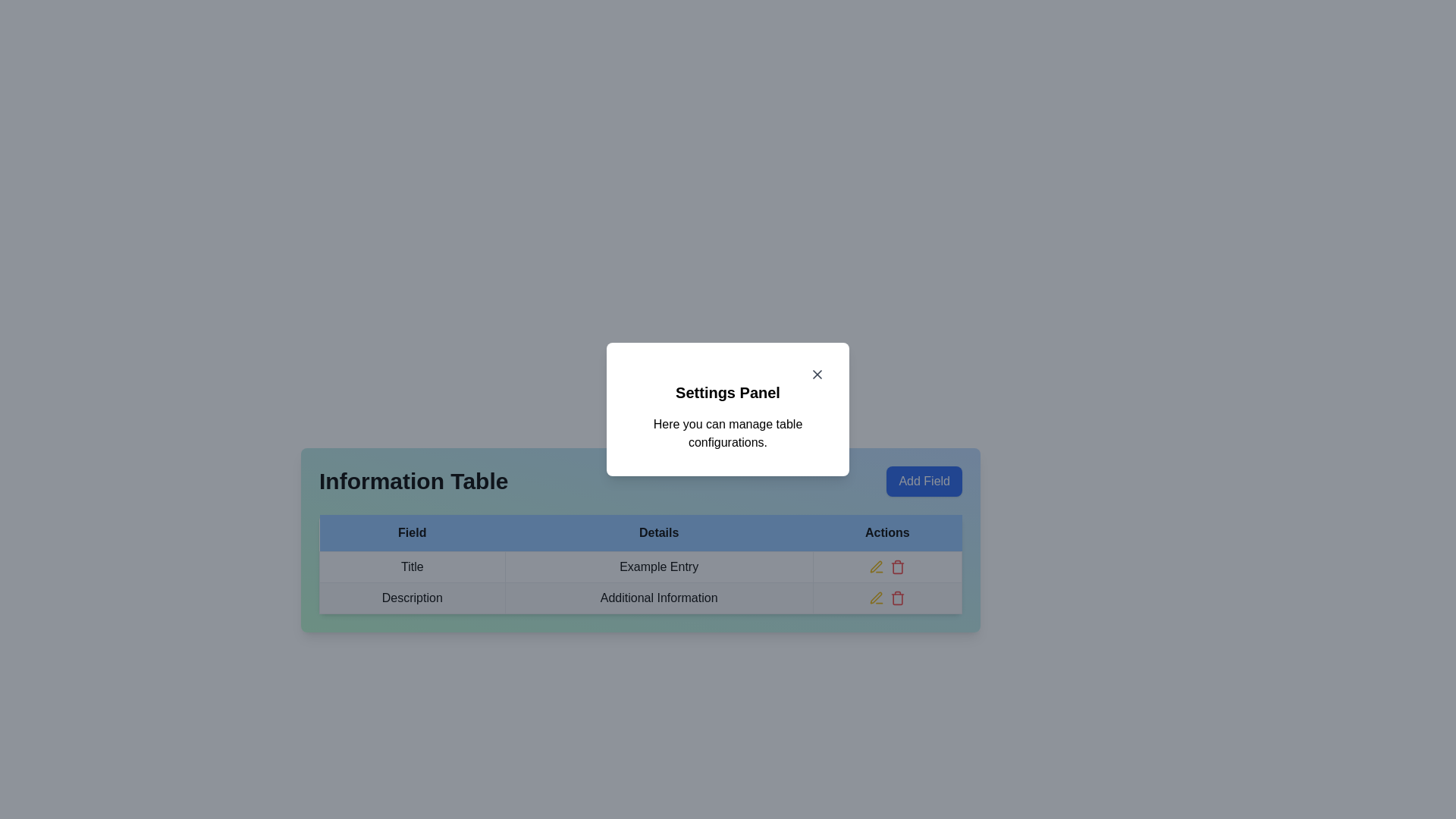  What do you see at coordinates (877, 597) in the screenshot?
I see `the SVG-based action icon located in the 'Actions' column of the second row of the table` at bounding box center [877, 597].